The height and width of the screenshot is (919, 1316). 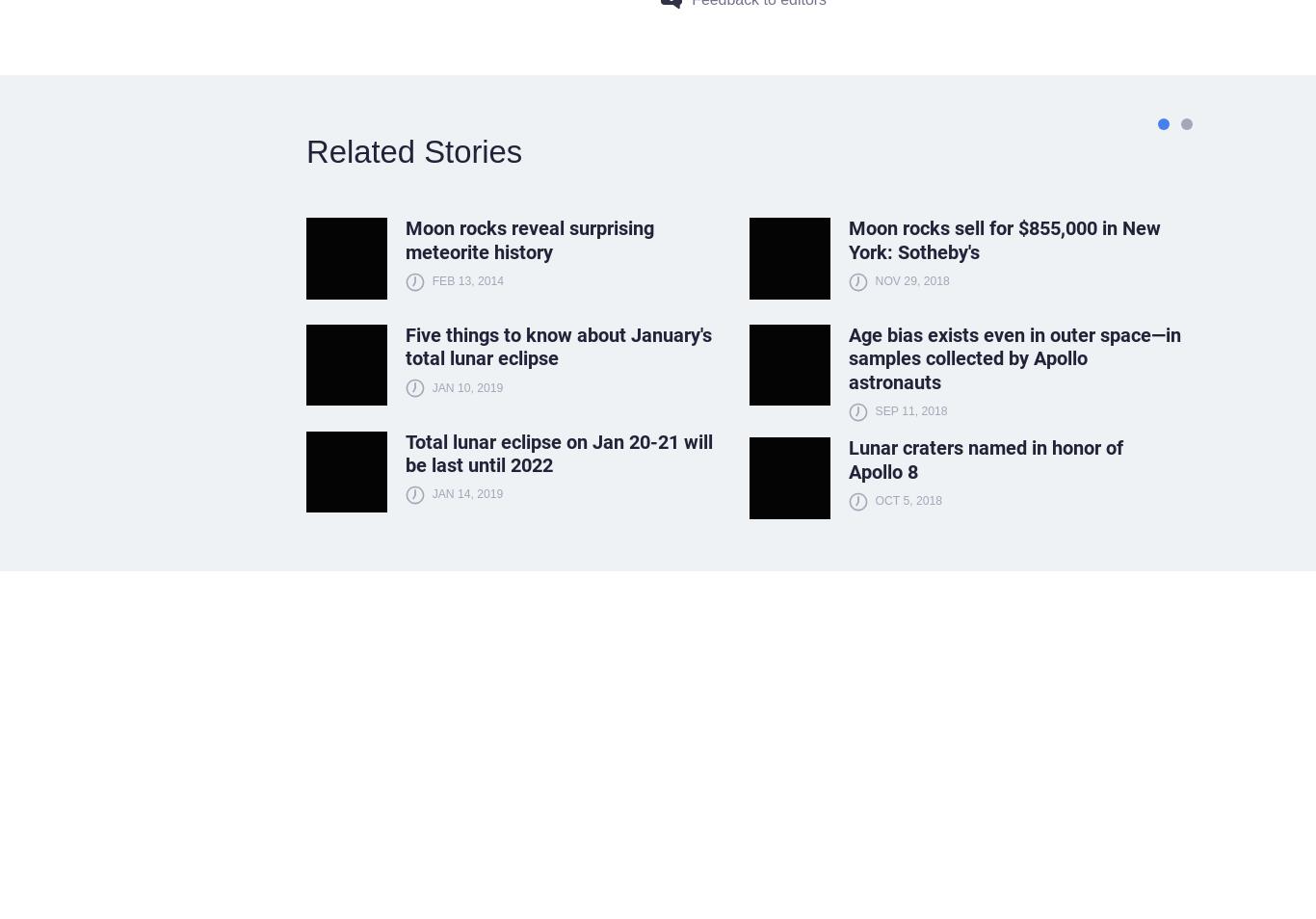 I want to click on 'Nov 29, 2018', so click(x=911, y=279).